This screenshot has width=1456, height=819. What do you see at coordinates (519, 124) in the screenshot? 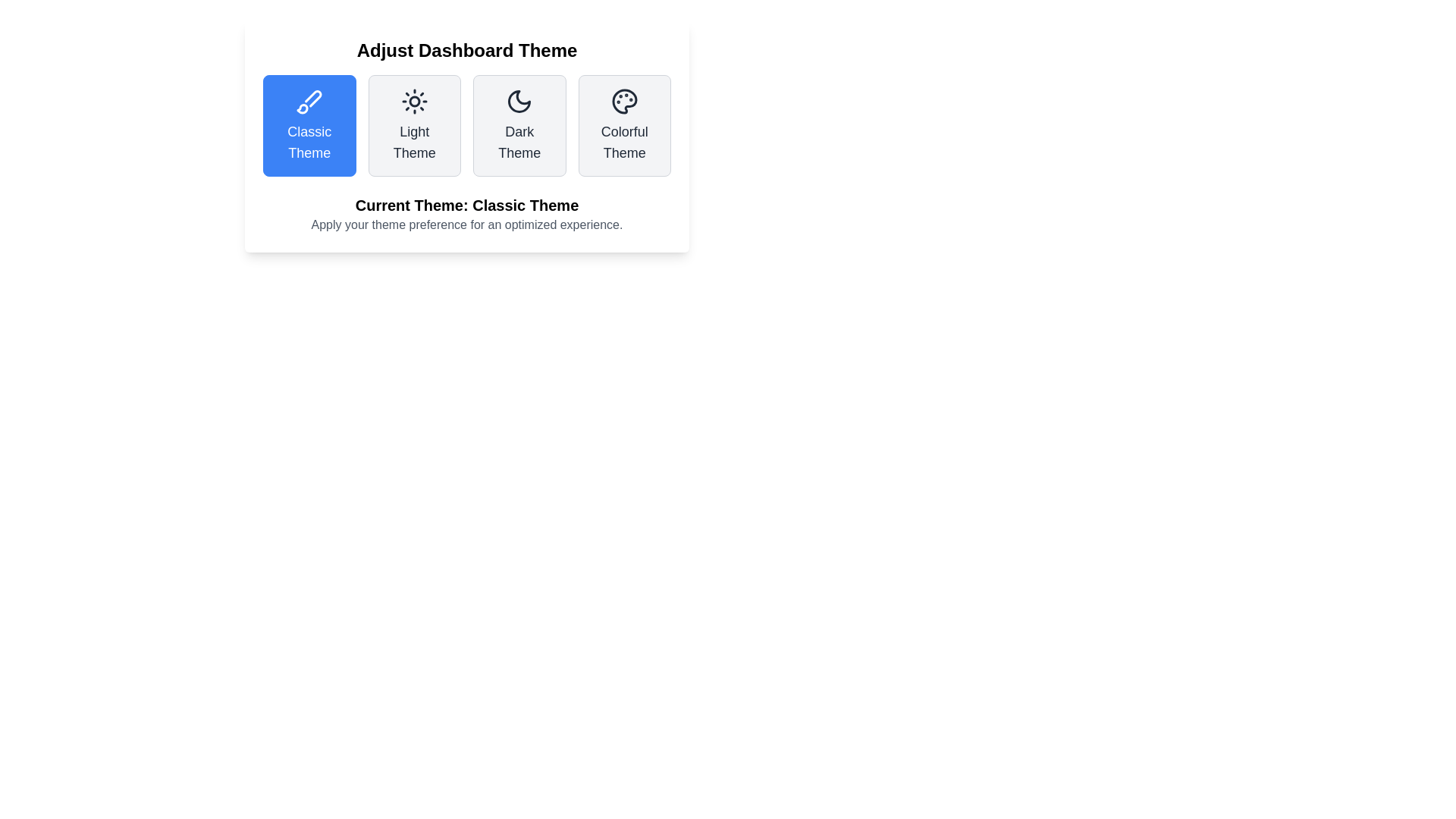
I see `the theme selection button` at bounding box center [519, 124].